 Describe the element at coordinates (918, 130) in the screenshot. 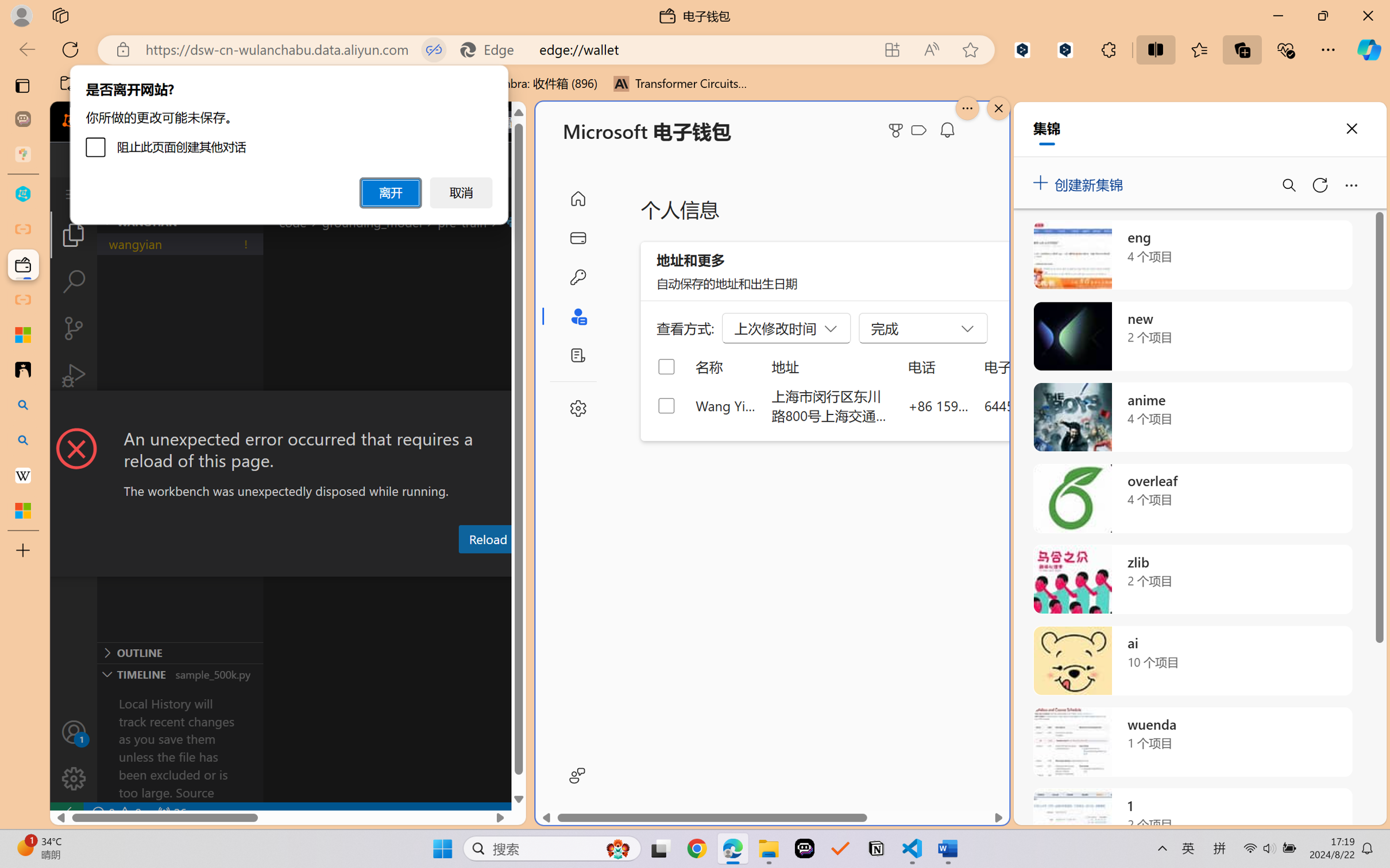

I see `'Class: ___1lmltc5 f1agt3bx f12qytpq'` at that location.